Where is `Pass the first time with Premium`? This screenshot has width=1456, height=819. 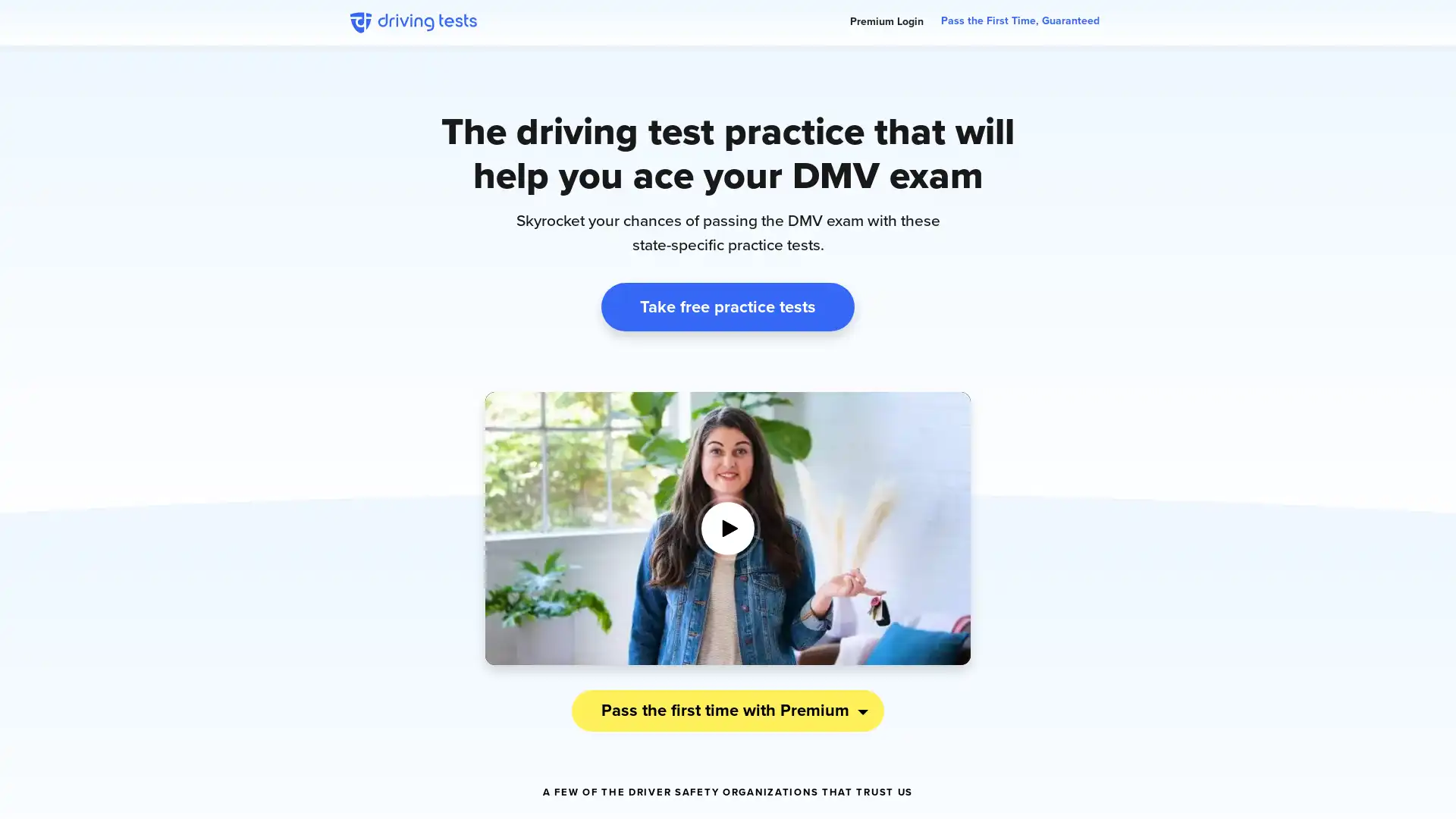
Pass the first time with Premium is located at coordinates (726, 711).